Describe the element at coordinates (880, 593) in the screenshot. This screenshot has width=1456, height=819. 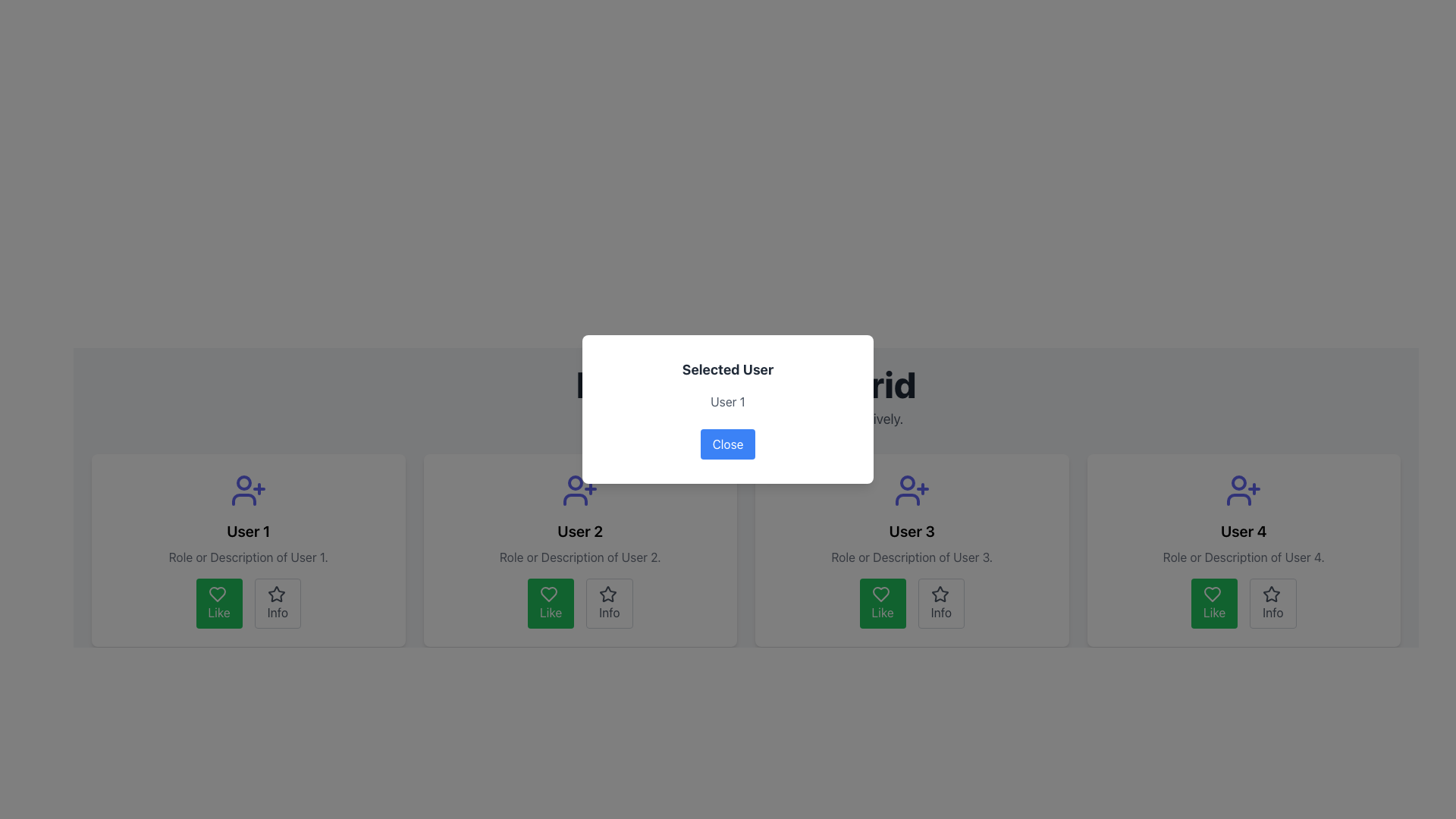
I see `the 'like' icon located within the 'User 3' card, positioned to the left of the 'Info' button` at that location.